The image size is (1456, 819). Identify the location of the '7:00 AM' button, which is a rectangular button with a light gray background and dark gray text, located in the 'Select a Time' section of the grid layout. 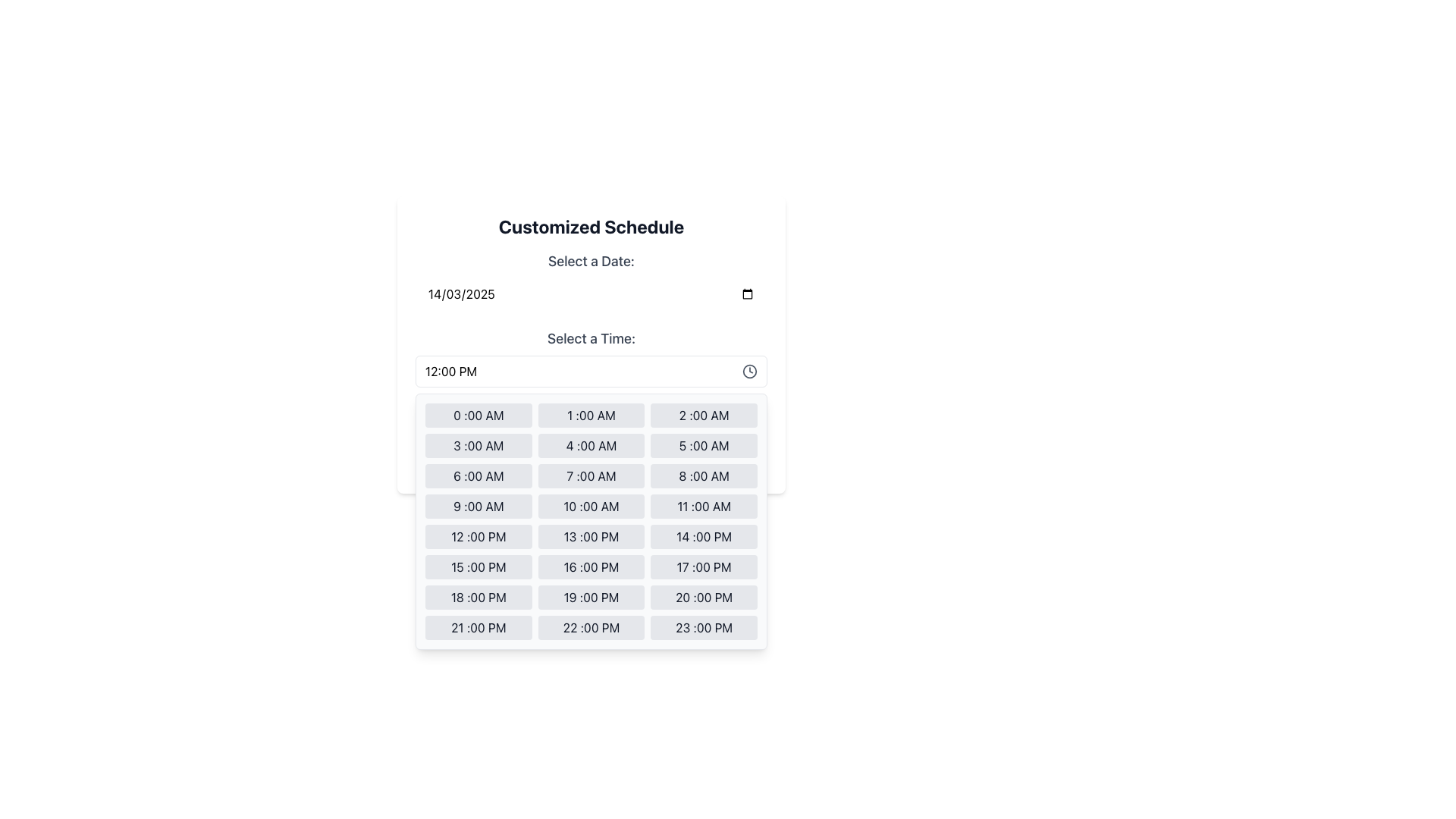
(590, 475).